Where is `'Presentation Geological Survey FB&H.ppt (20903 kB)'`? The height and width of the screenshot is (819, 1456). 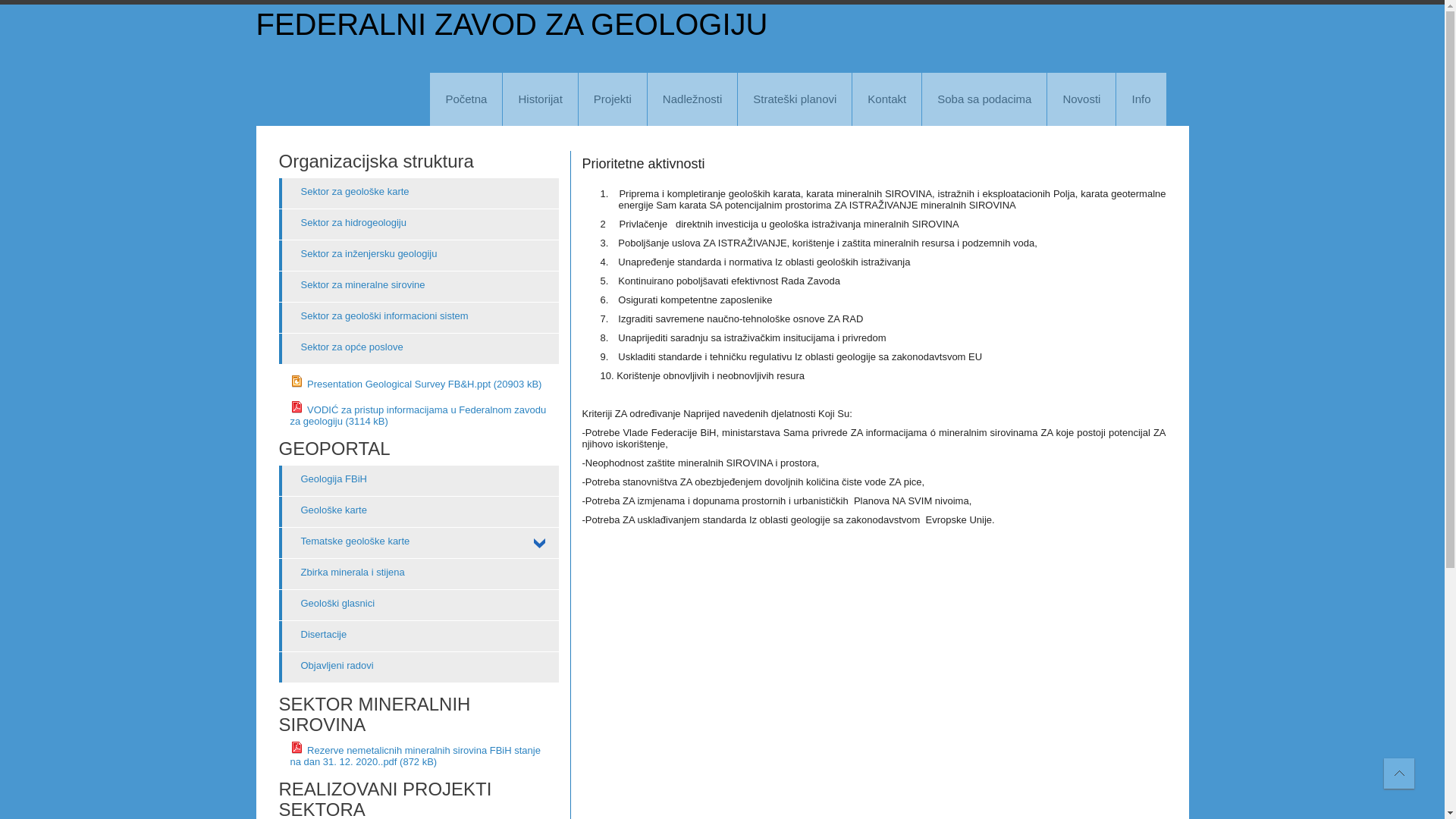 'Presentation Geological Survey FB&H.ppt (20903 kB)' is located at coordinates (415, 383).